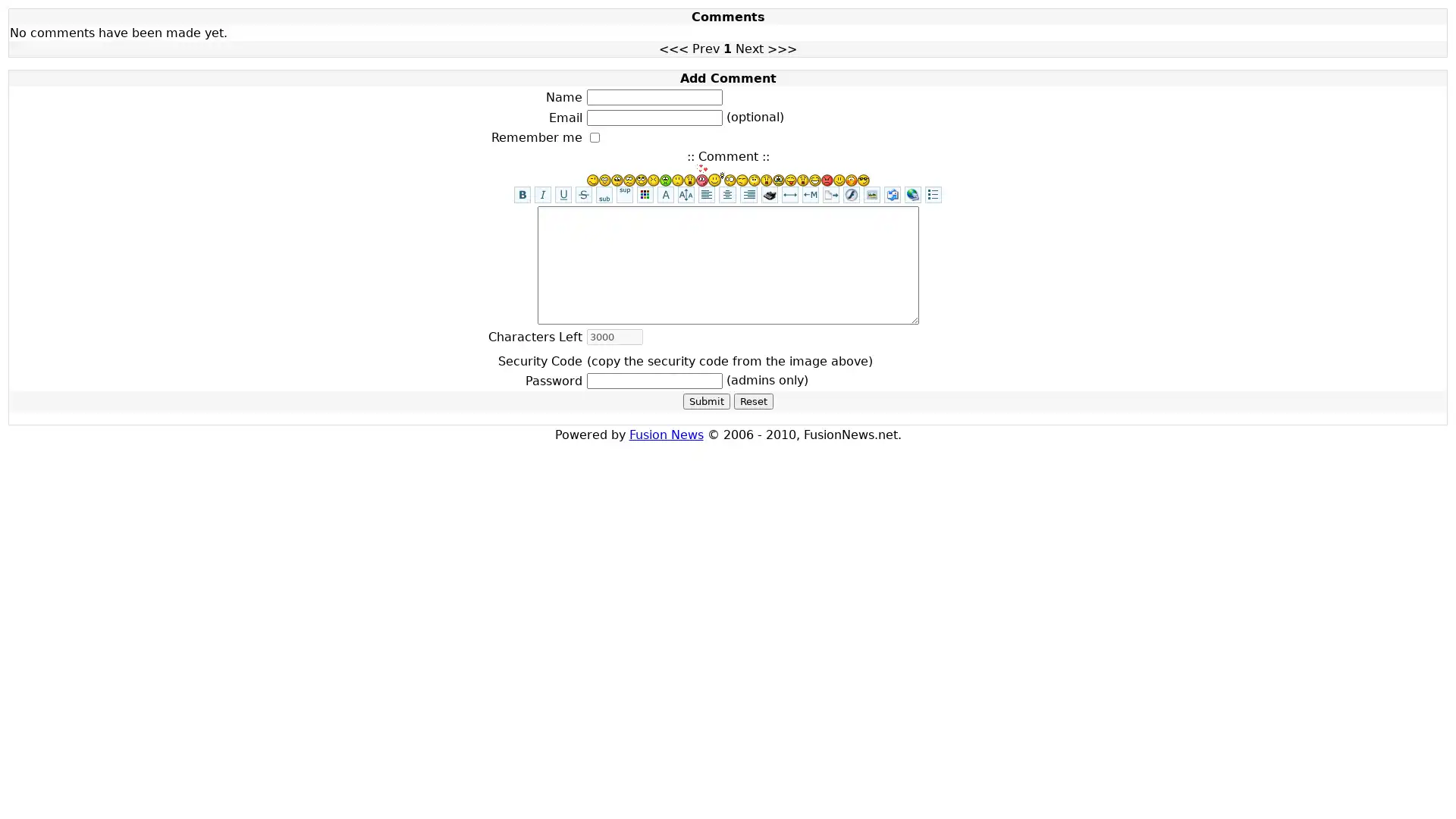 The height and width of the screenshot is (819, 1456). Describe the element at coordinates (705, 400) in the screenshot. I see `Submit` at that location.